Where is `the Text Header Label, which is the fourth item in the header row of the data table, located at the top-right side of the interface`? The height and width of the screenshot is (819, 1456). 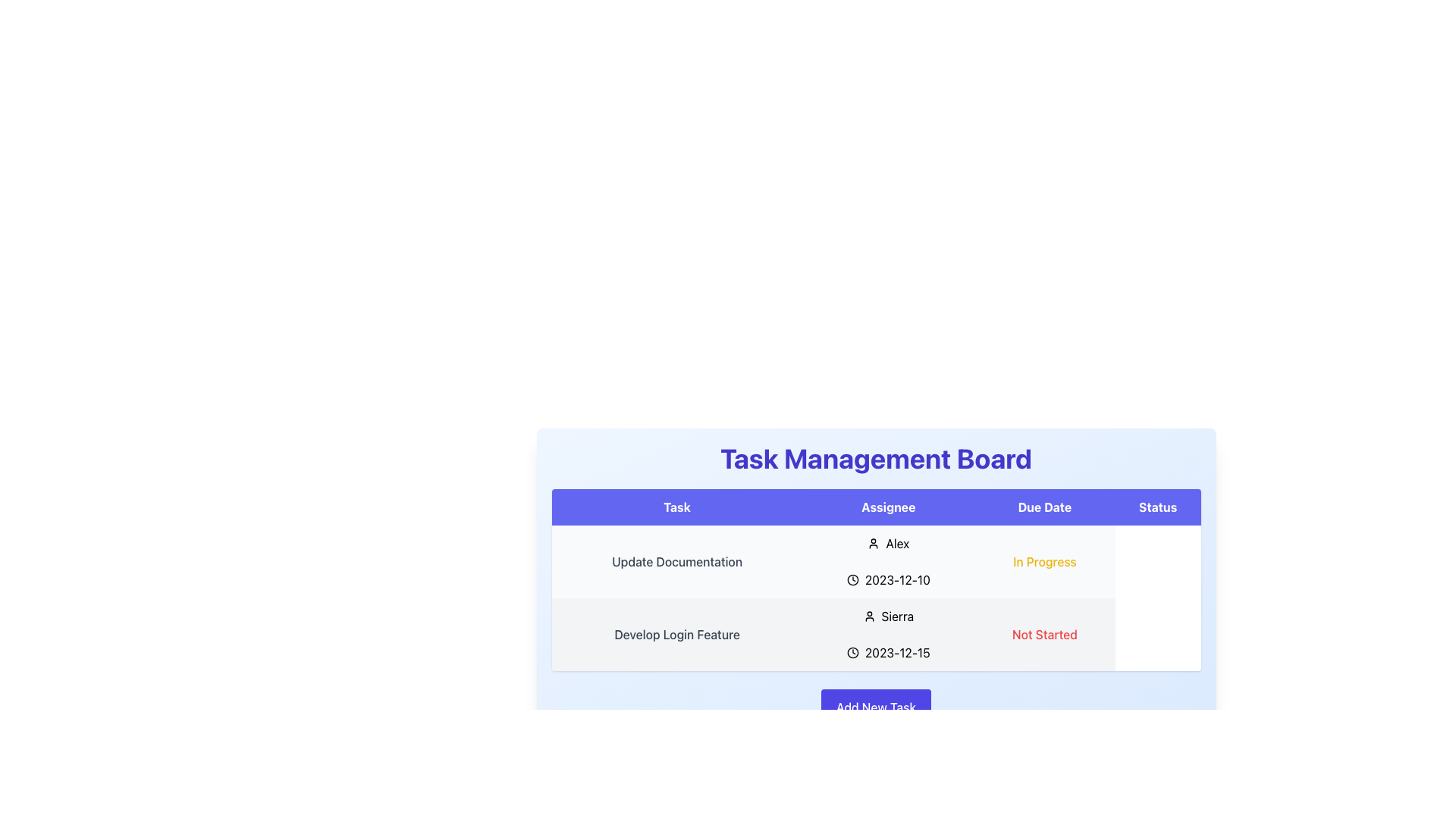 the Text Header Label, which is the fourth item in the header row of the data table, located at the top-right side of the interface is located at coordinates (1157, 507).